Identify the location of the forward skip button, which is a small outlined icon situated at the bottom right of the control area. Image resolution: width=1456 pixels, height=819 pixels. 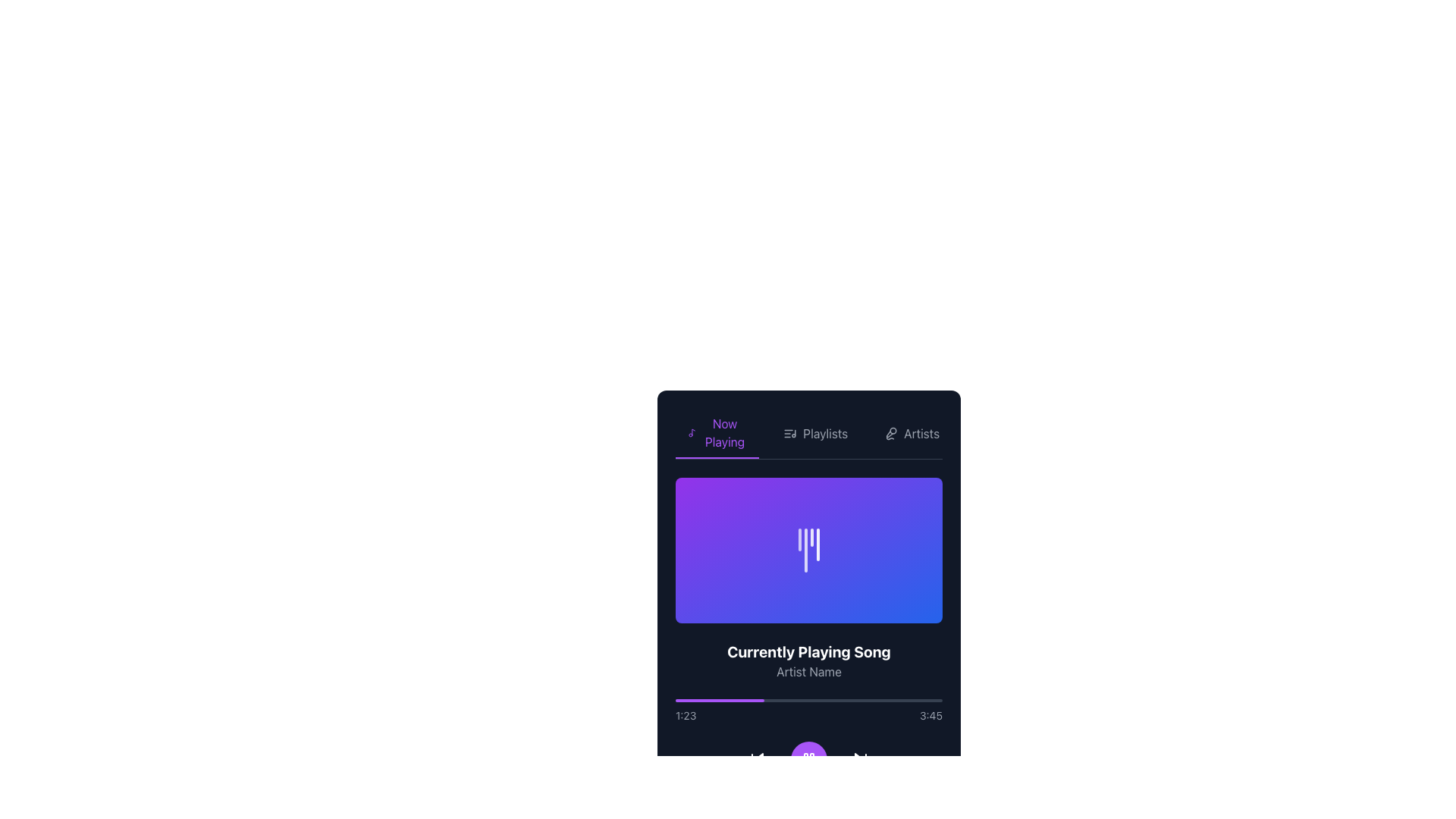
(860, 760).